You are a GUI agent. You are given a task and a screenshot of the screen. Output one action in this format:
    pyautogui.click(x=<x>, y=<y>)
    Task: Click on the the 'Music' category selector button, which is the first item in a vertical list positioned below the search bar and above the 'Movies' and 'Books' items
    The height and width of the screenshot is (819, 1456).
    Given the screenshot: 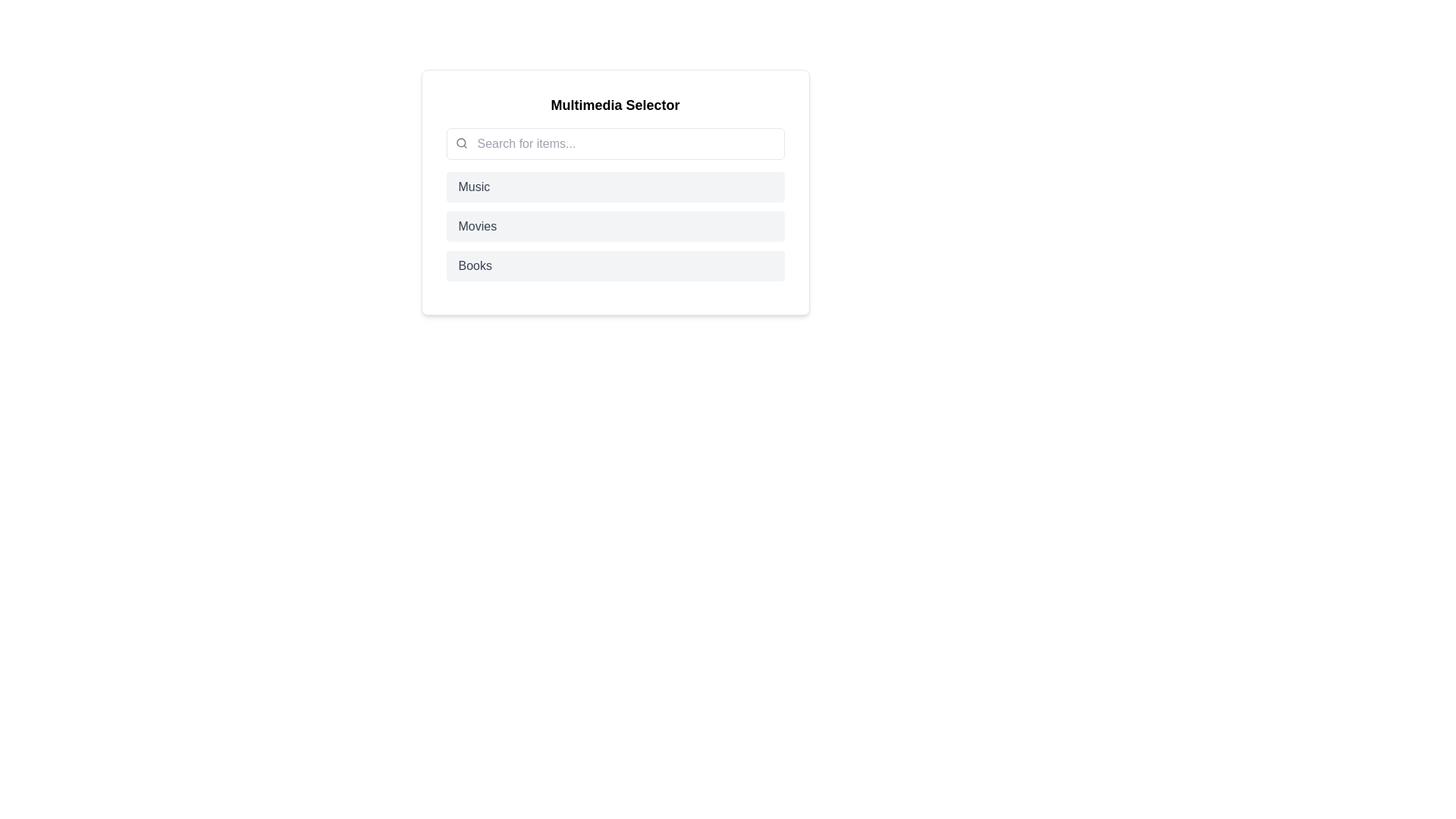 What is the action you would take?
    pyautogui.click(x=615, y=186)
    